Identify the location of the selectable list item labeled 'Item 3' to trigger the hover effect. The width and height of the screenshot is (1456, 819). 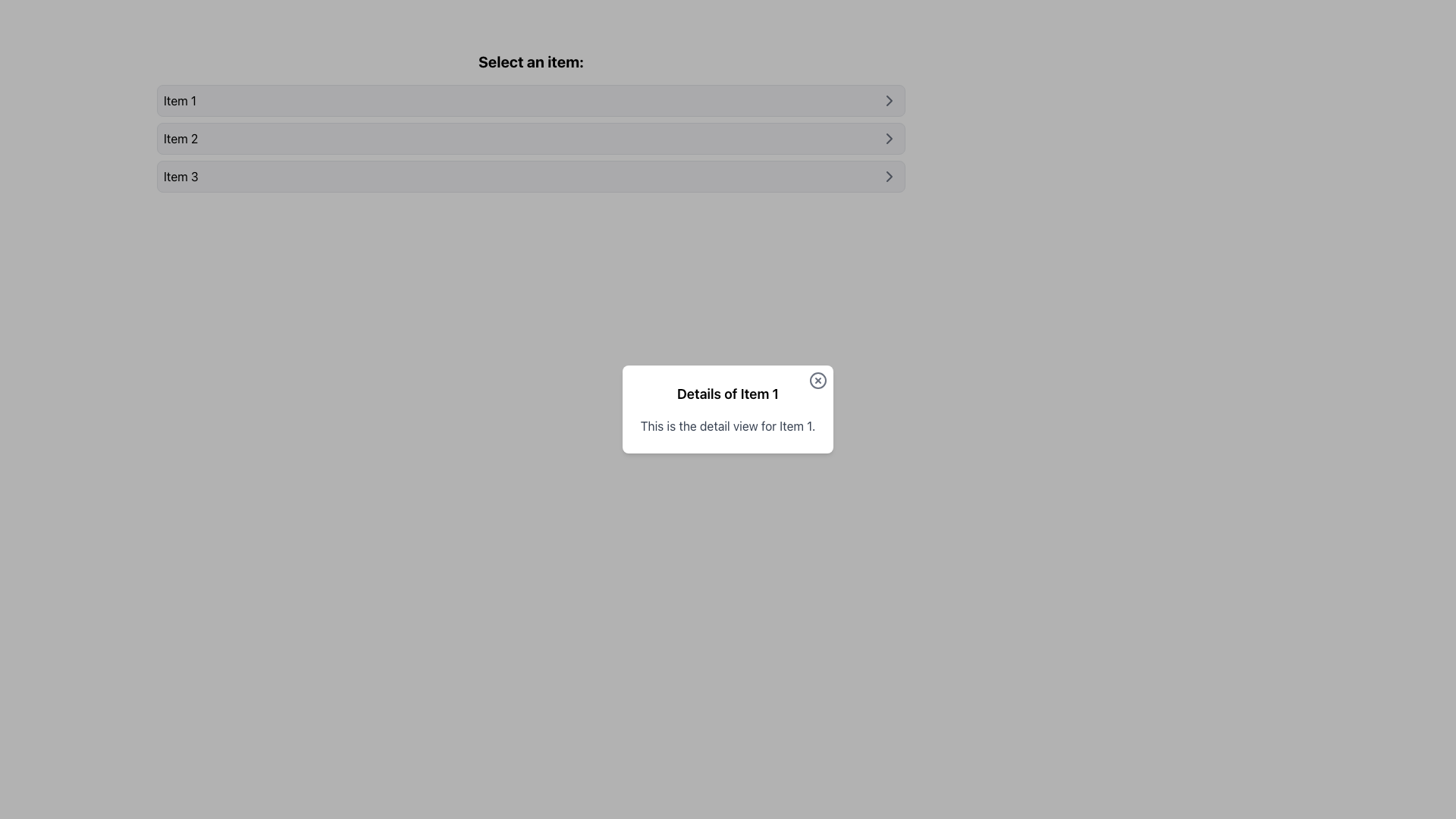
(531, 175).